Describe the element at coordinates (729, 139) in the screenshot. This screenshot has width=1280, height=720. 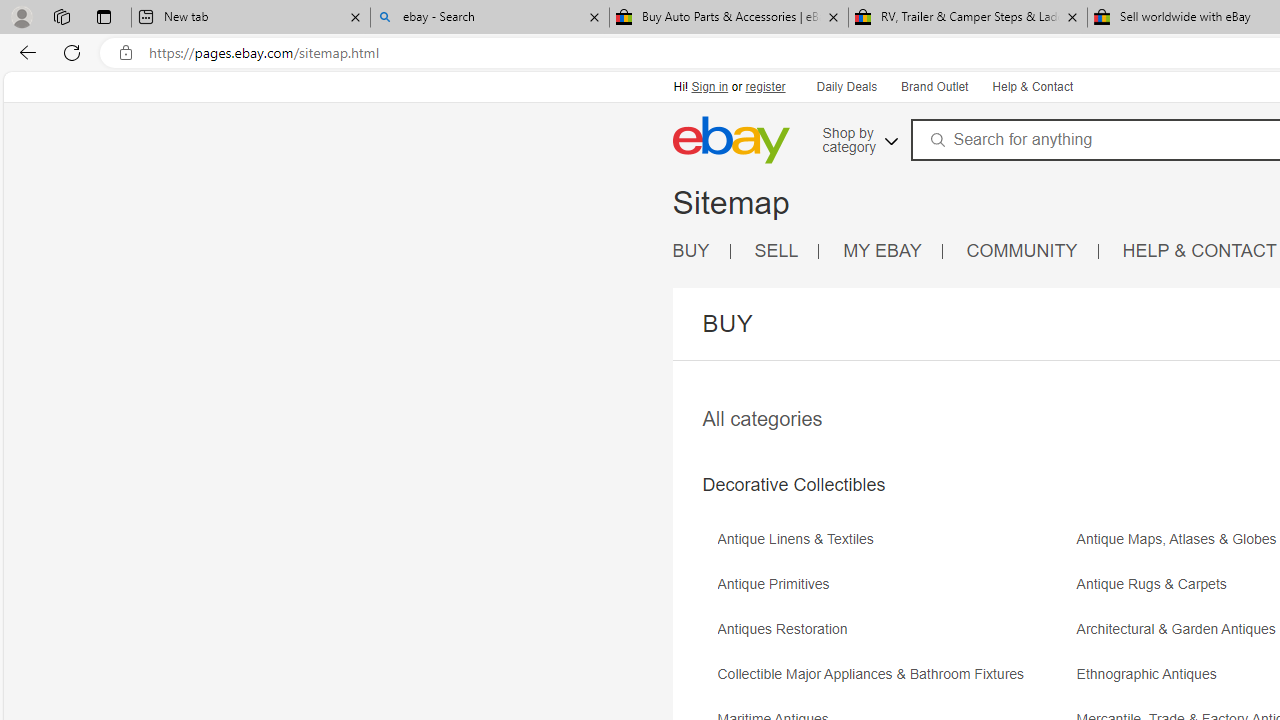
I see `'eBay Logo'` at that location.